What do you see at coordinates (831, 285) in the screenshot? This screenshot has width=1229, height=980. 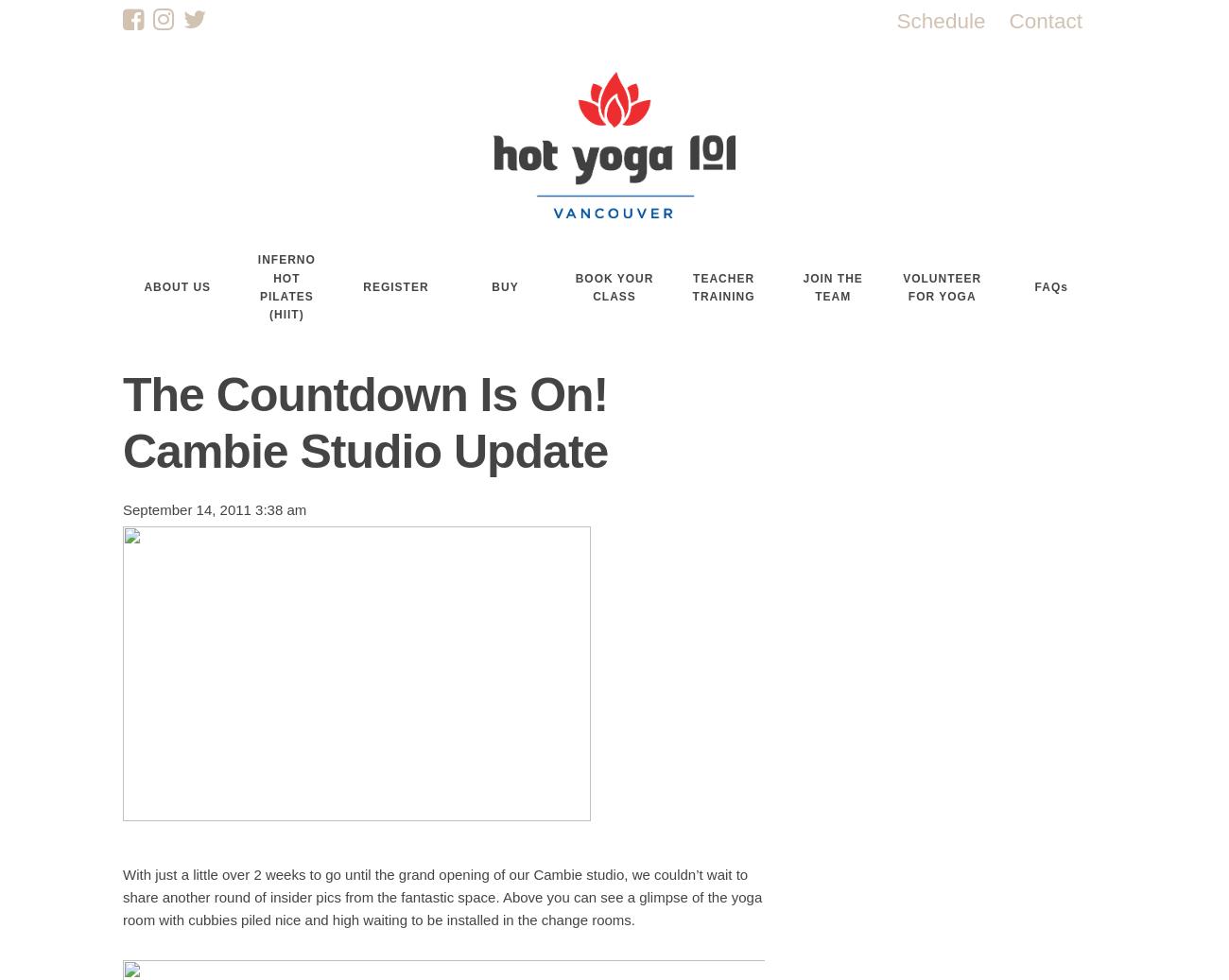 I see `'JOIN THE TEAM'` at bounding box center [831, 285].